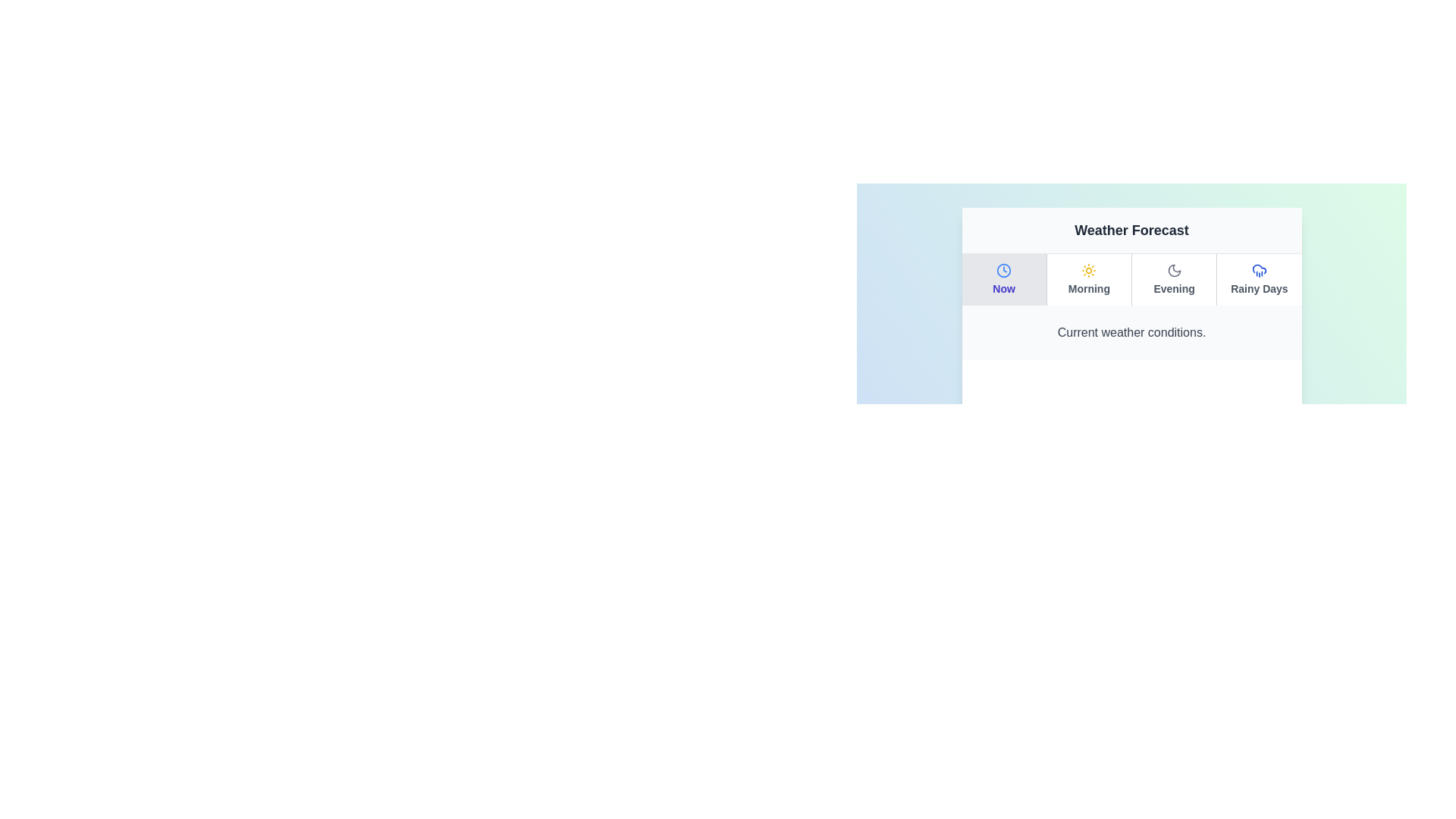  What do you see at coordinates (1259, 280) in the screenshot?
I see `the 'Rainy Days' button, which is the fourth button in a horizontal set` at bounding box center [1259, 280].